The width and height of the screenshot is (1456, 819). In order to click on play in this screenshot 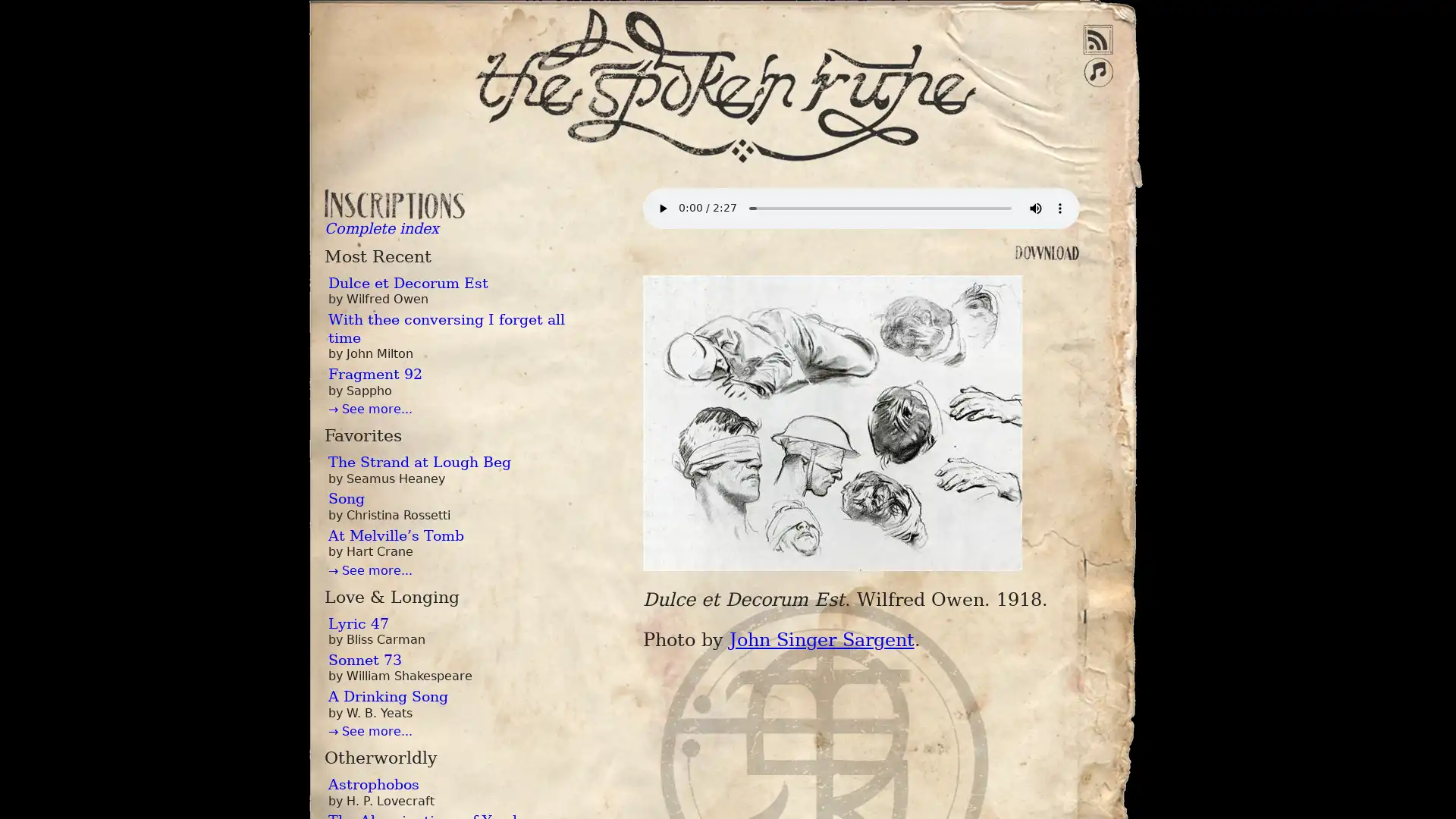, I will do `click(662, 208)`.